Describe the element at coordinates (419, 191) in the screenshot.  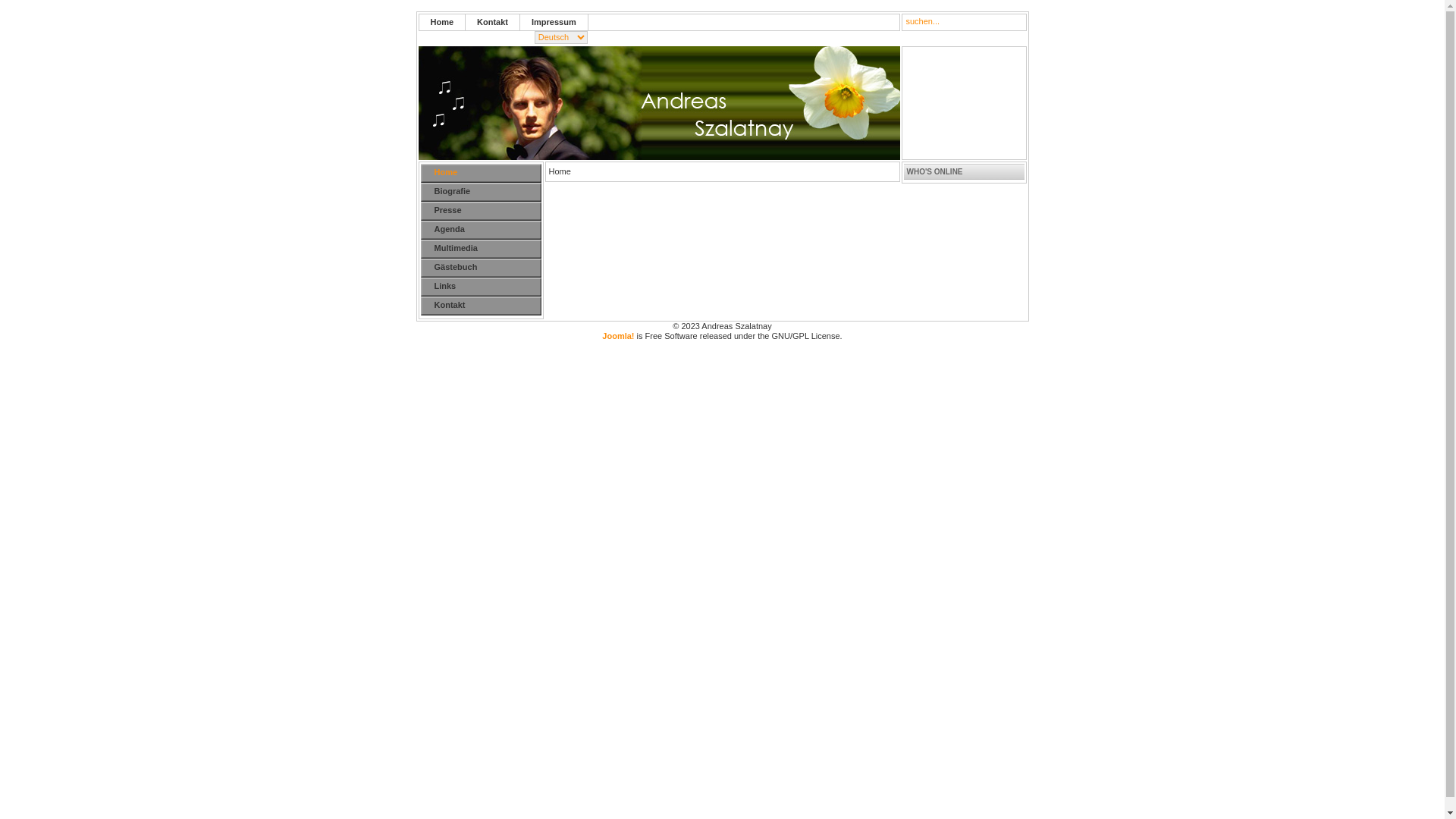
I see `'Biografie'` at that location.